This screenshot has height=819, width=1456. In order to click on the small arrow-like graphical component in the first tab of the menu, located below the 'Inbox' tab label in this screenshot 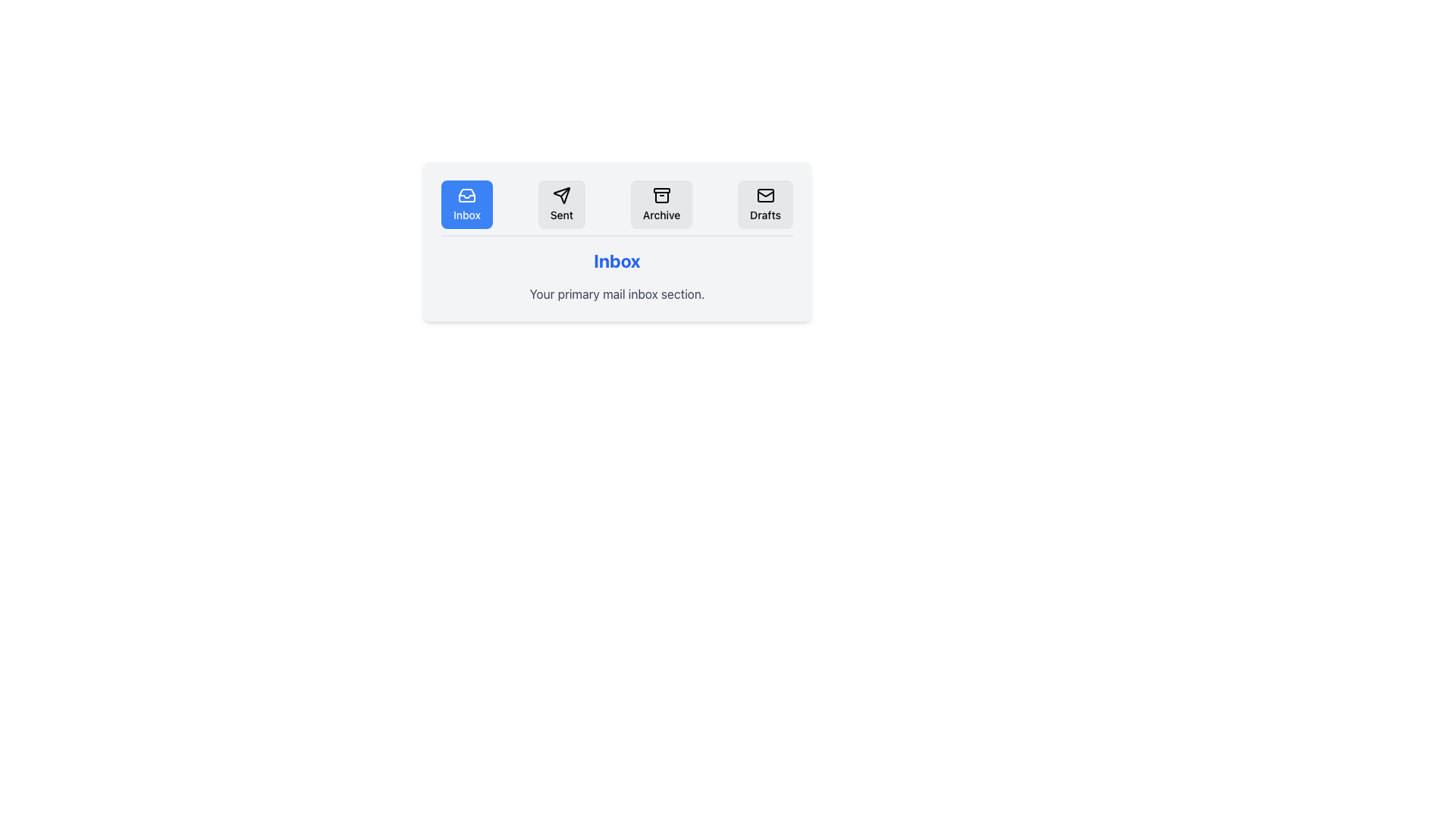, I will do `click(466, 196)`.